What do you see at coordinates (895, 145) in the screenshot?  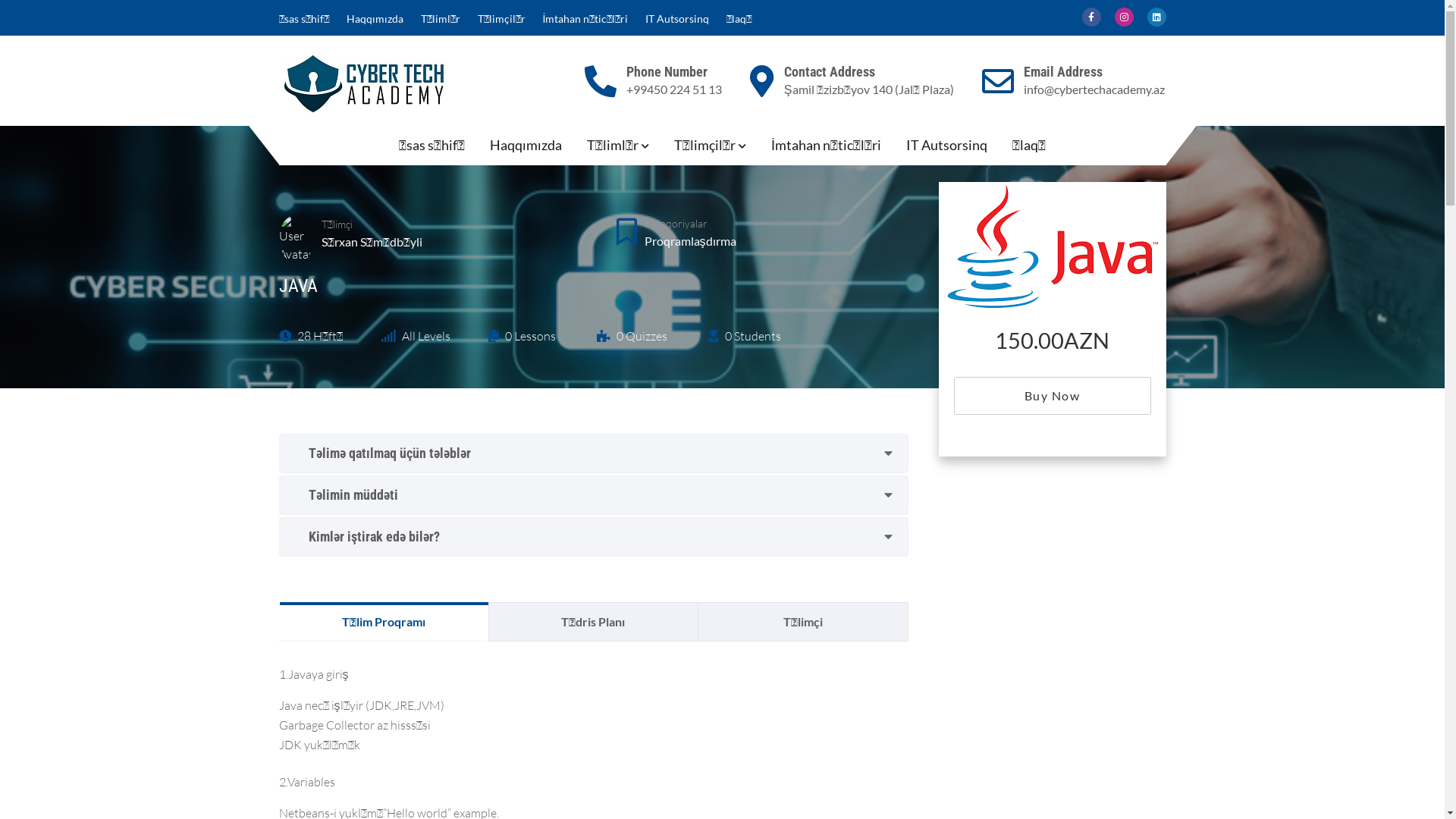 I see `'IT Autsorsinq'` at bounding box center [895, 145].